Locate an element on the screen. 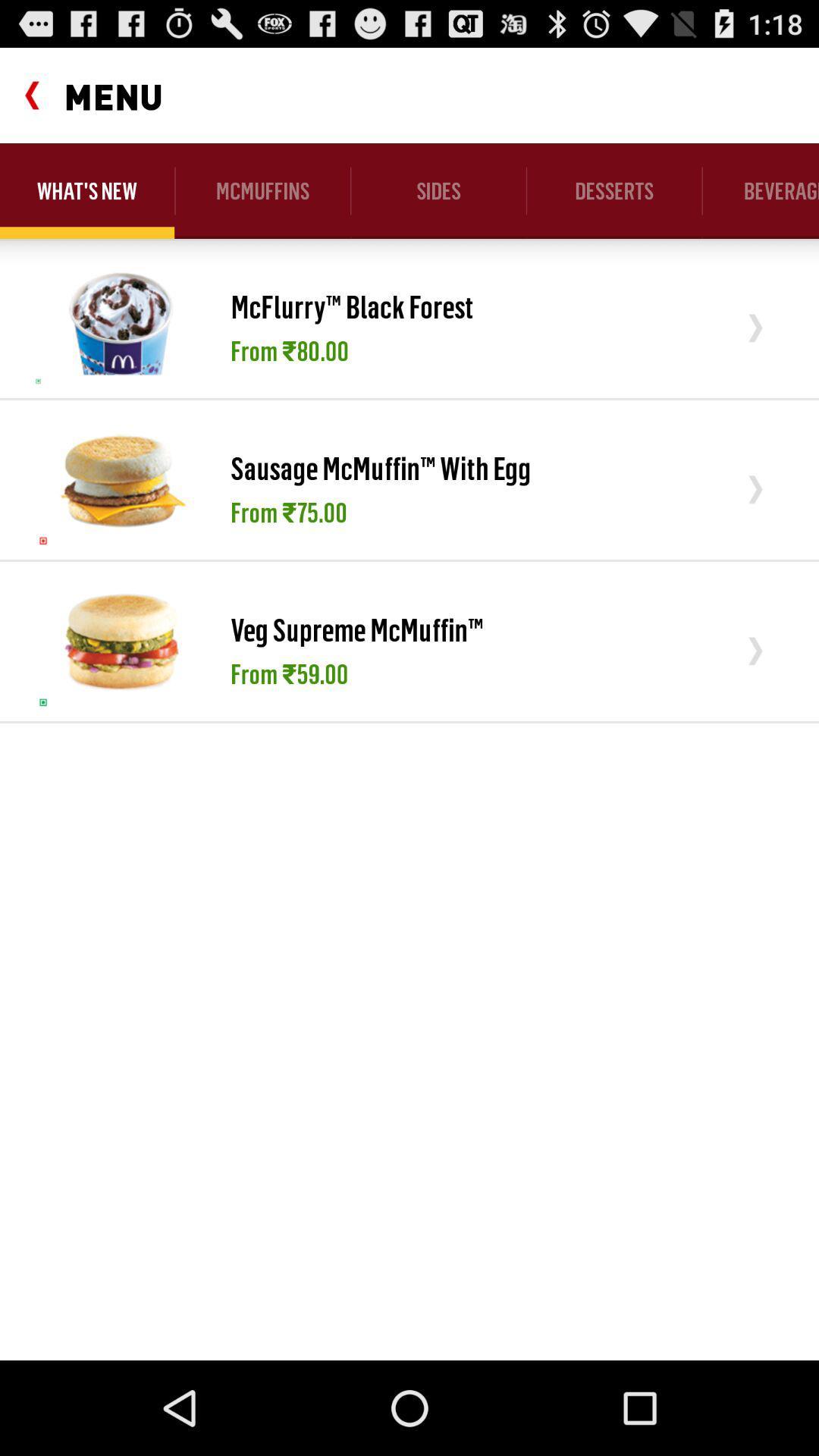  the item below what's new is located at coordinates (121, 317).